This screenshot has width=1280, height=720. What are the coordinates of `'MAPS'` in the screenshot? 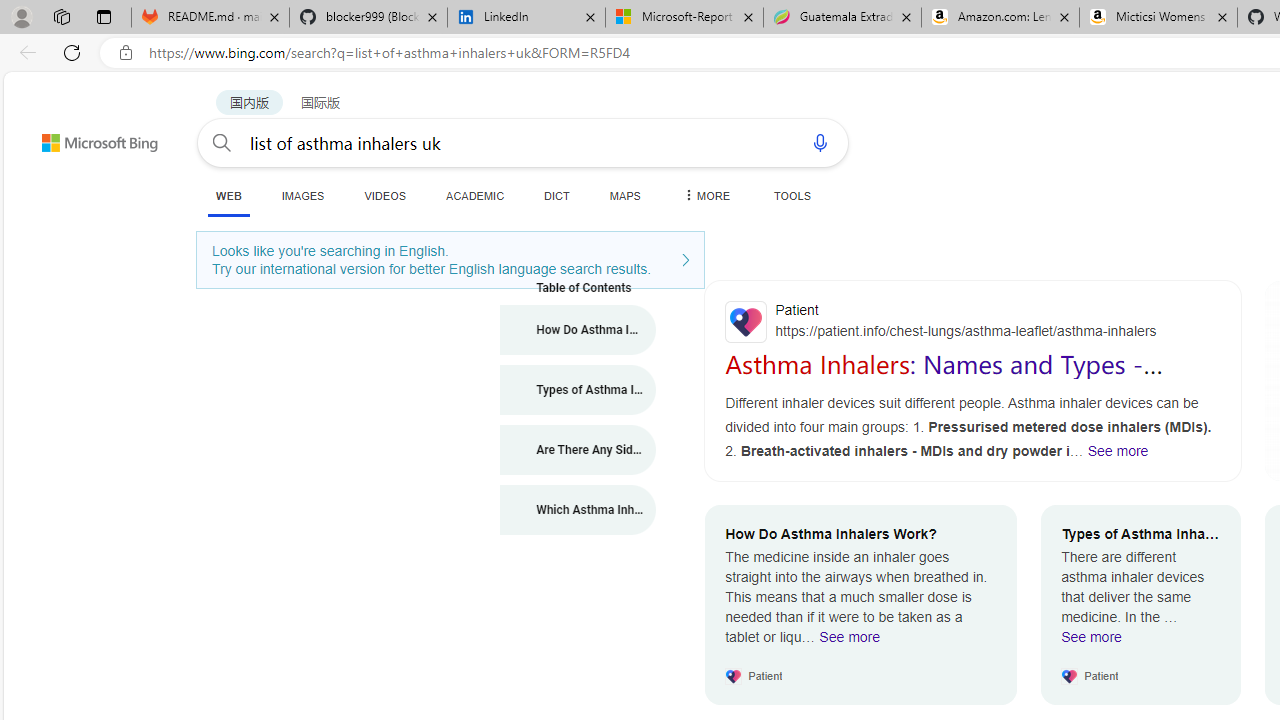 It's located at (624, 195).